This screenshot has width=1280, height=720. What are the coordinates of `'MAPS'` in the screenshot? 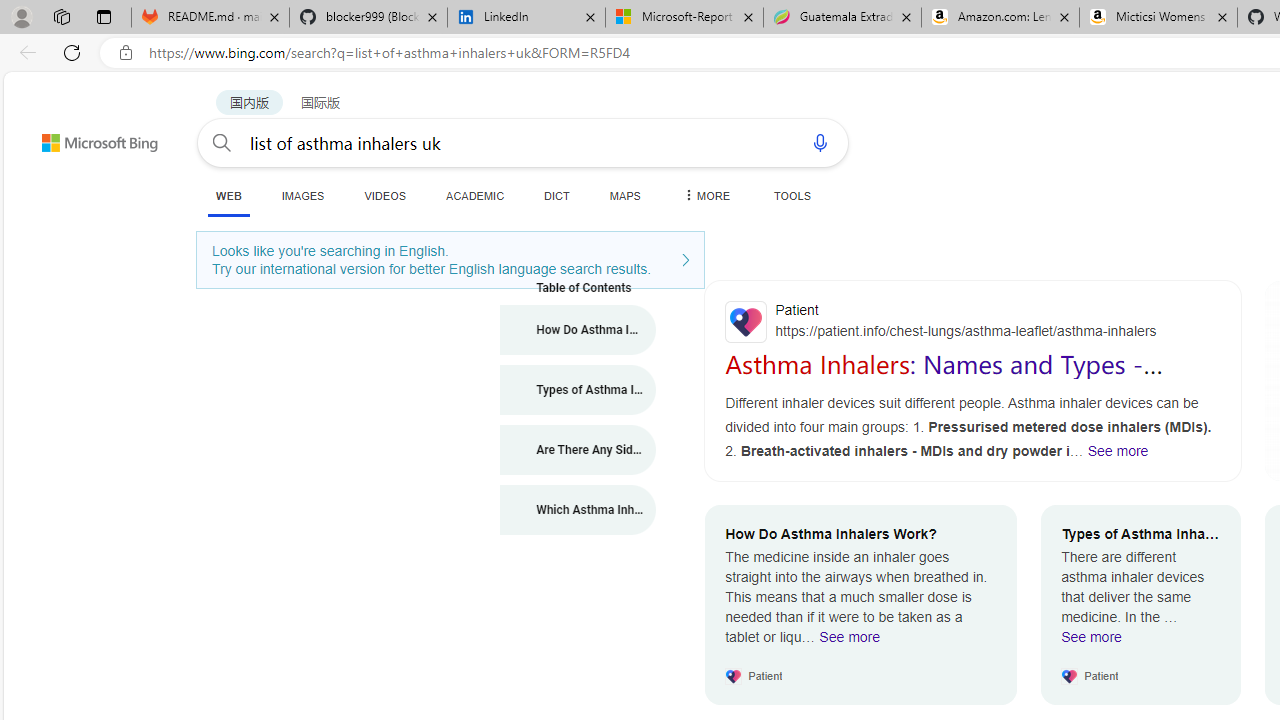 It's located at (624, 195).